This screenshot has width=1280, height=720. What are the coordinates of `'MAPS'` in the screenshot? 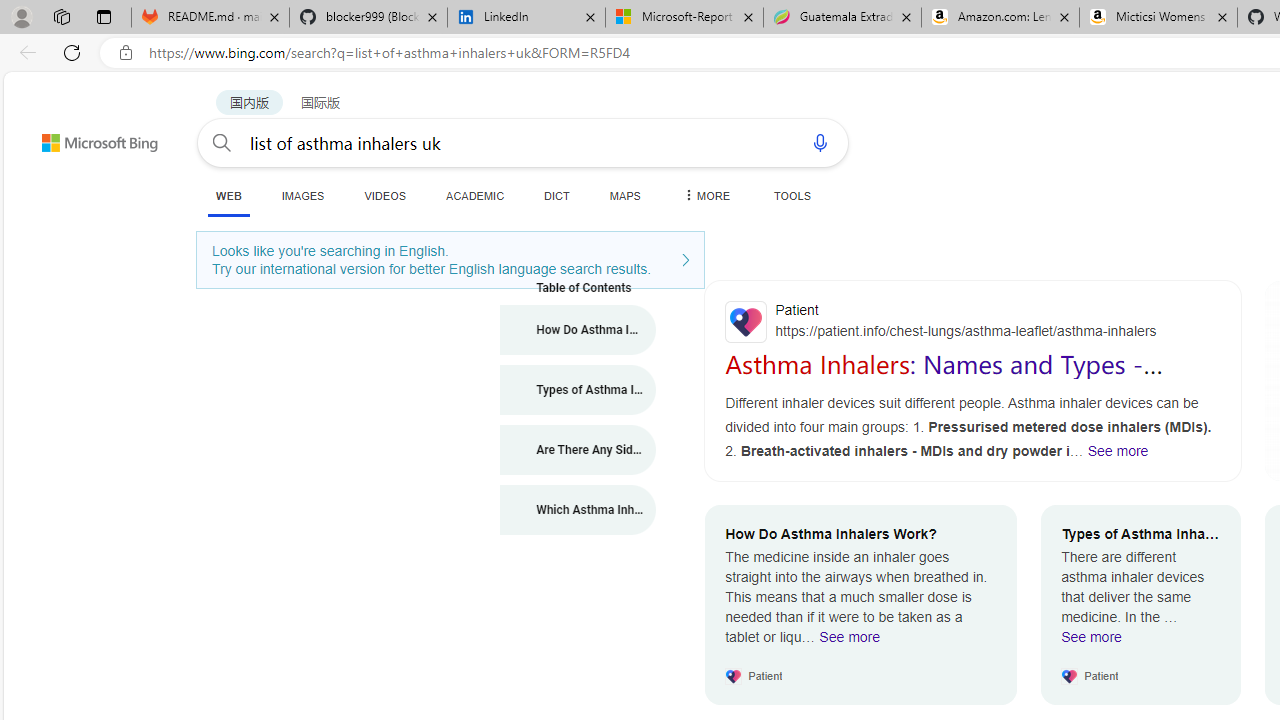 It's located at (624, 195).